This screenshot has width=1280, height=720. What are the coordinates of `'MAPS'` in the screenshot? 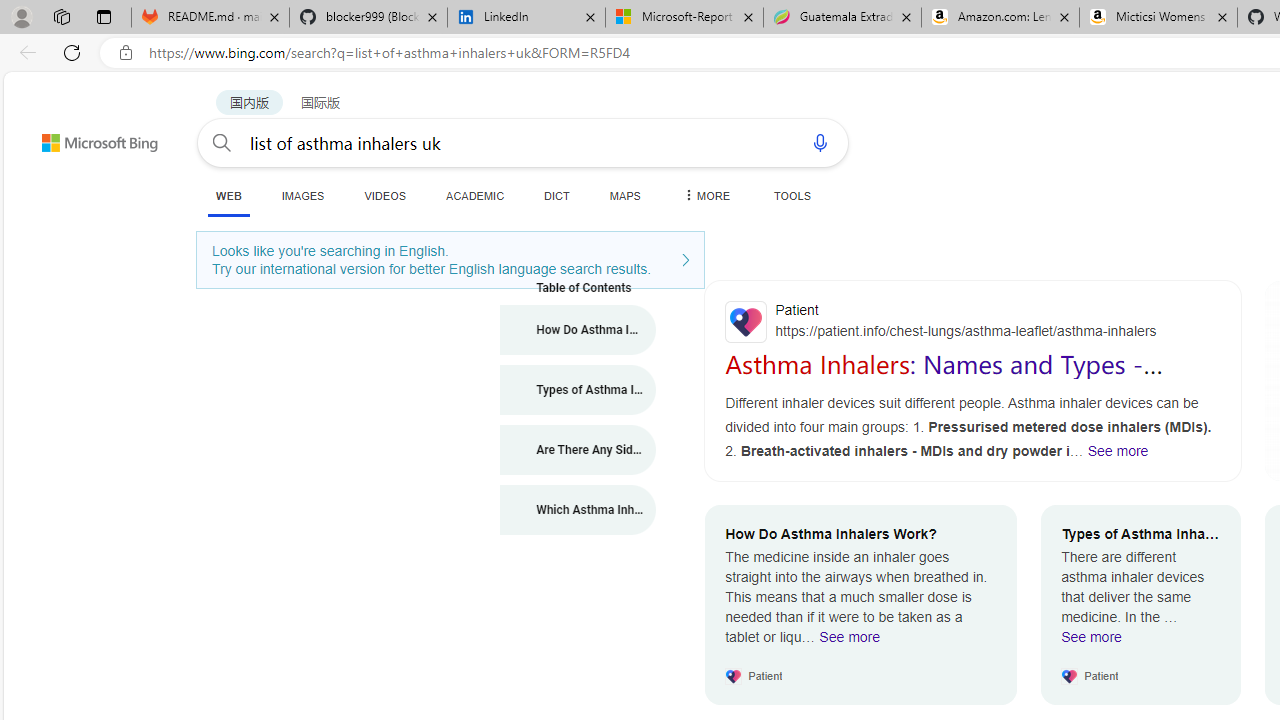 It's located at (624, 195).